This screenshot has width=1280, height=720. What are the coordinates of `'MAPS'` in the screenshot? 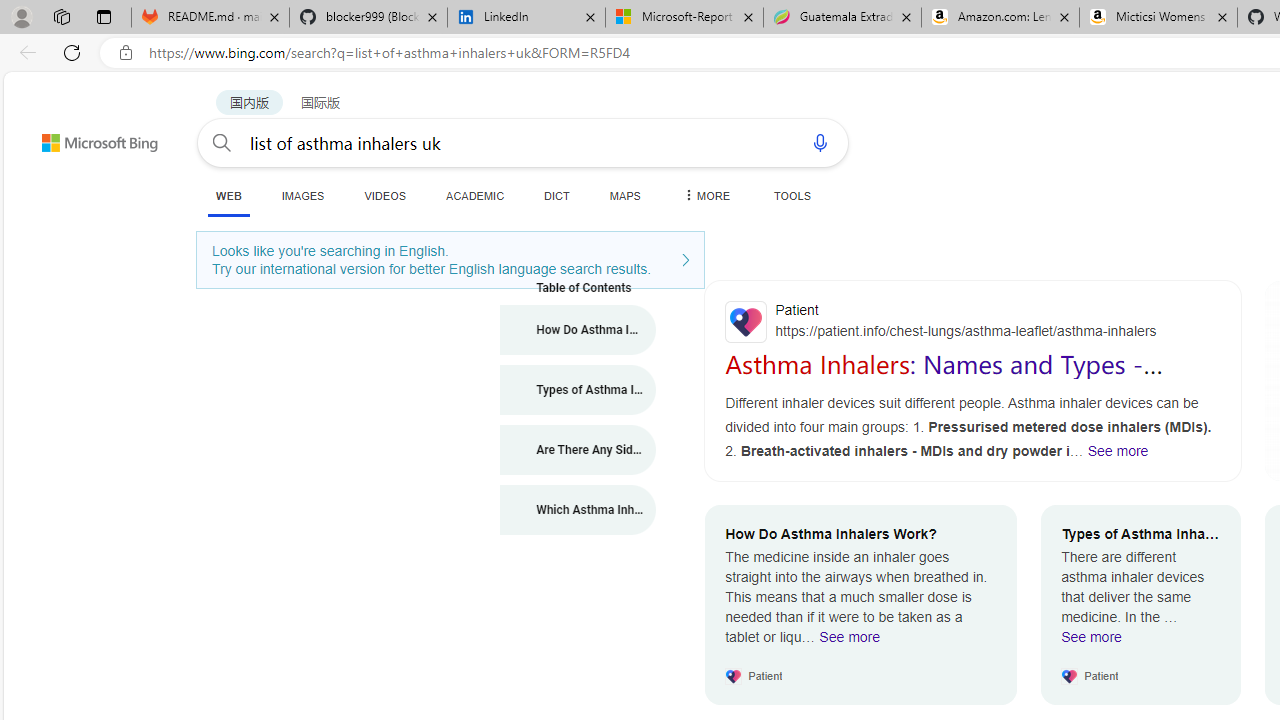 It's located at (624, 195).